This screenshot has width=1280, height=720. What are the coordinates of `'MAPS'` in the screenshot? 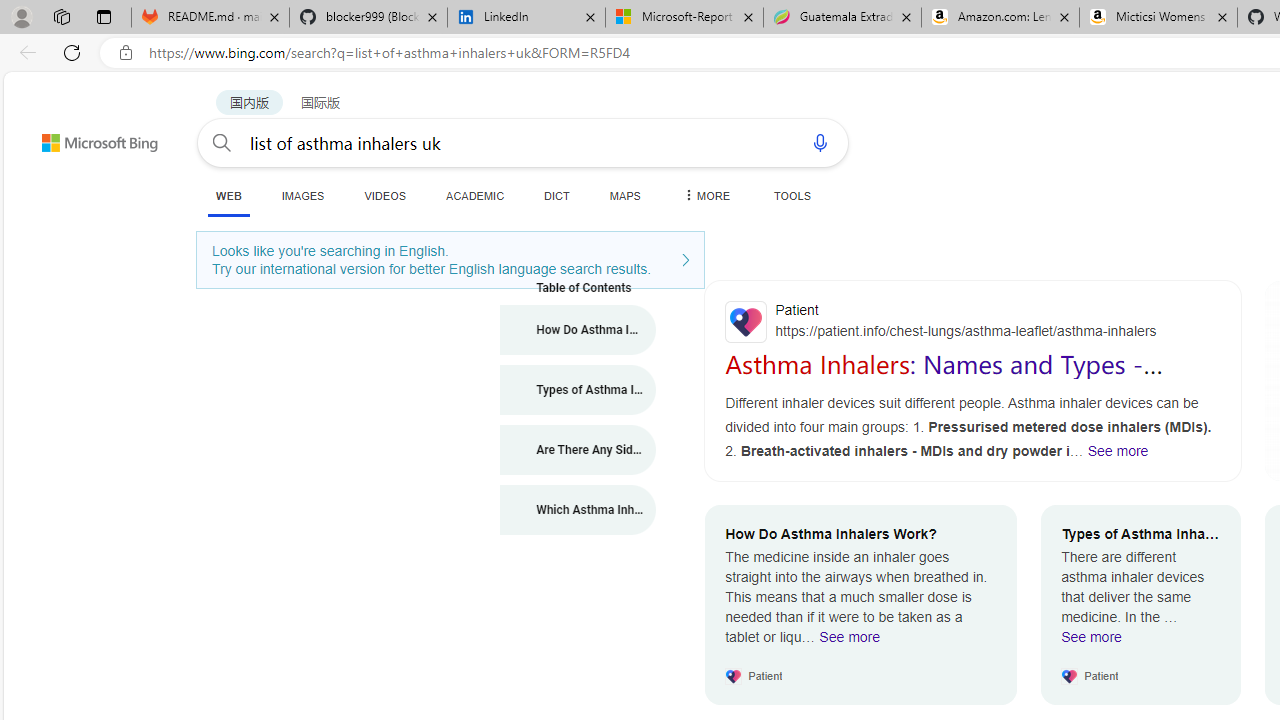 It's located at (624, 195).